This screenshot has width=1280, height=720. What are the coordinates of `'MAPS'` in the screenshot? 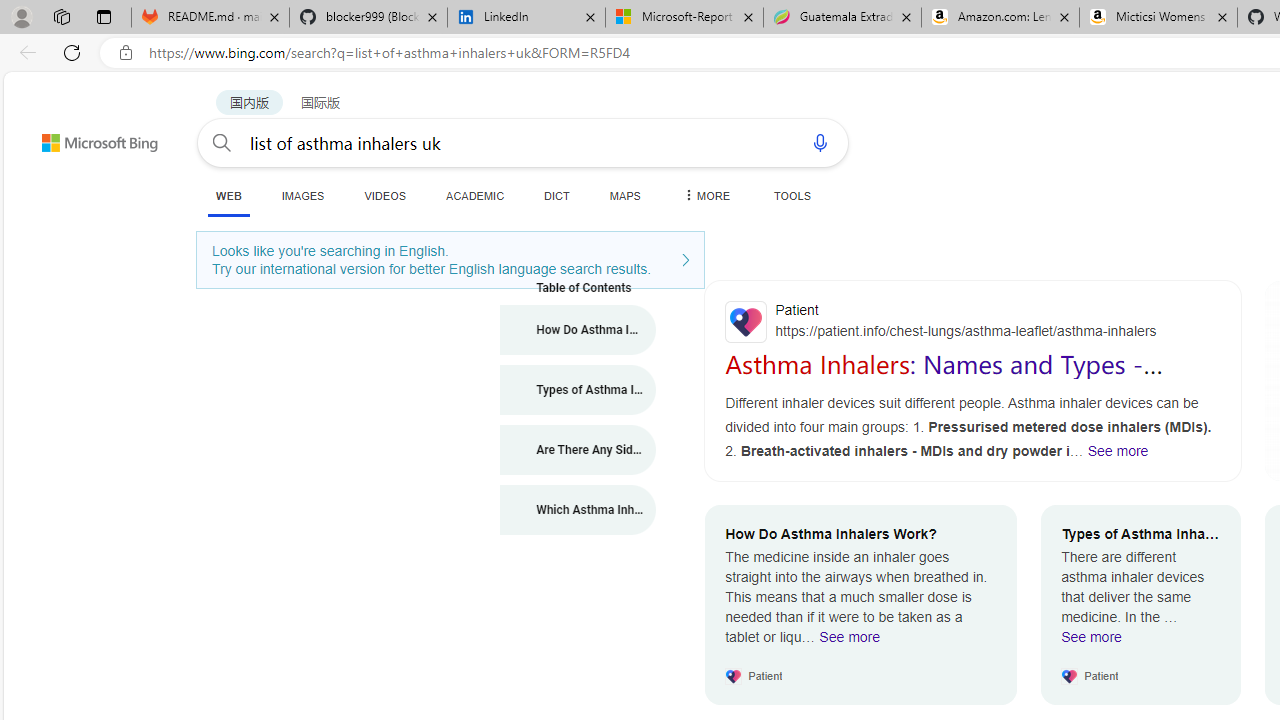 It's located at (624, 195).